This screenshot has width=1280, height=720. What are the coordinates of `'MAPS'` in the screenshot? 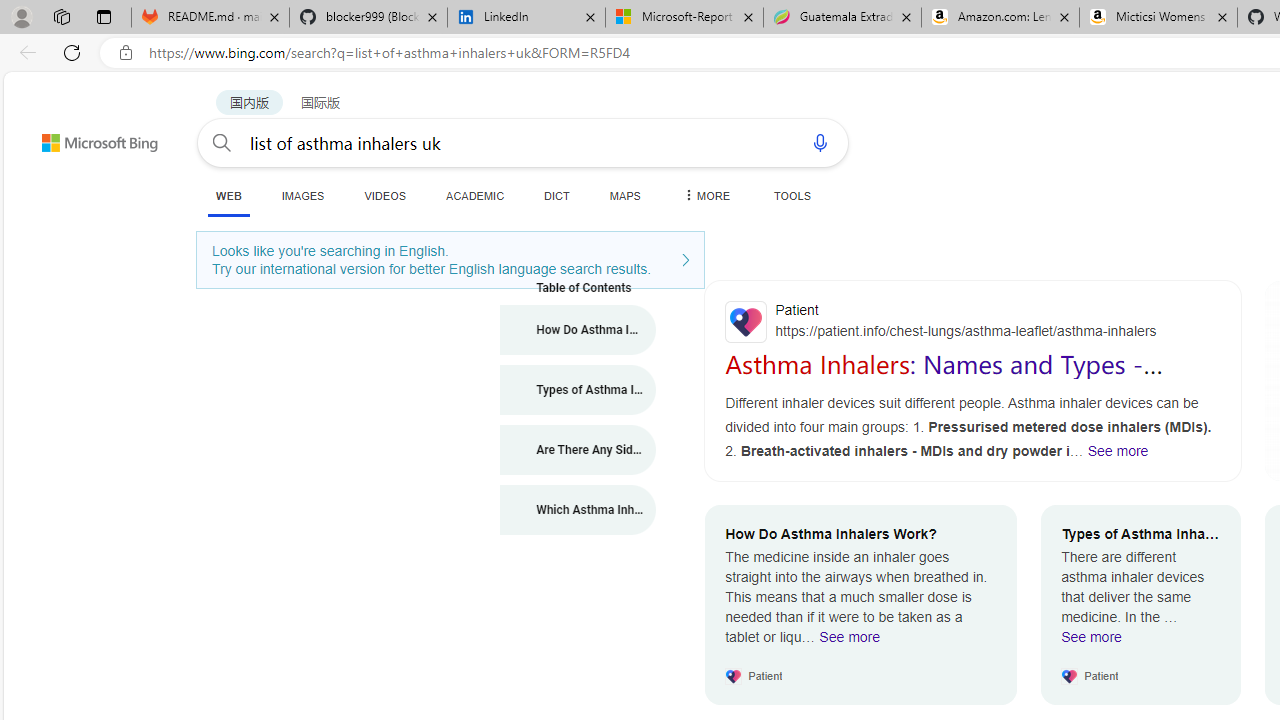 It's located at (624, 195).